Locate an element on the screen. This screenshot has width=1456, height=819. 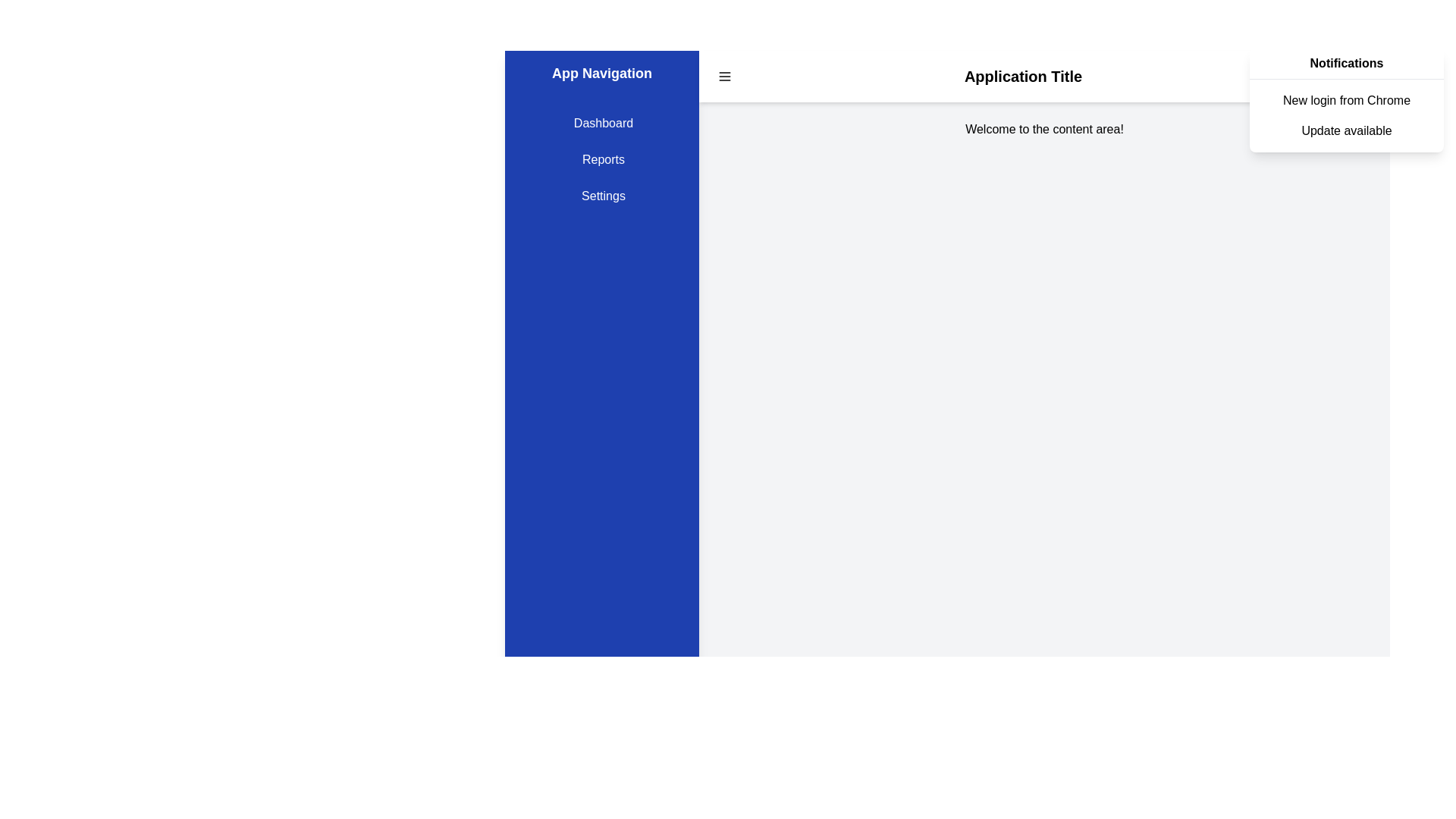
the Notification badge with a red background and the number '4' is located at coordinates (1343, 76).